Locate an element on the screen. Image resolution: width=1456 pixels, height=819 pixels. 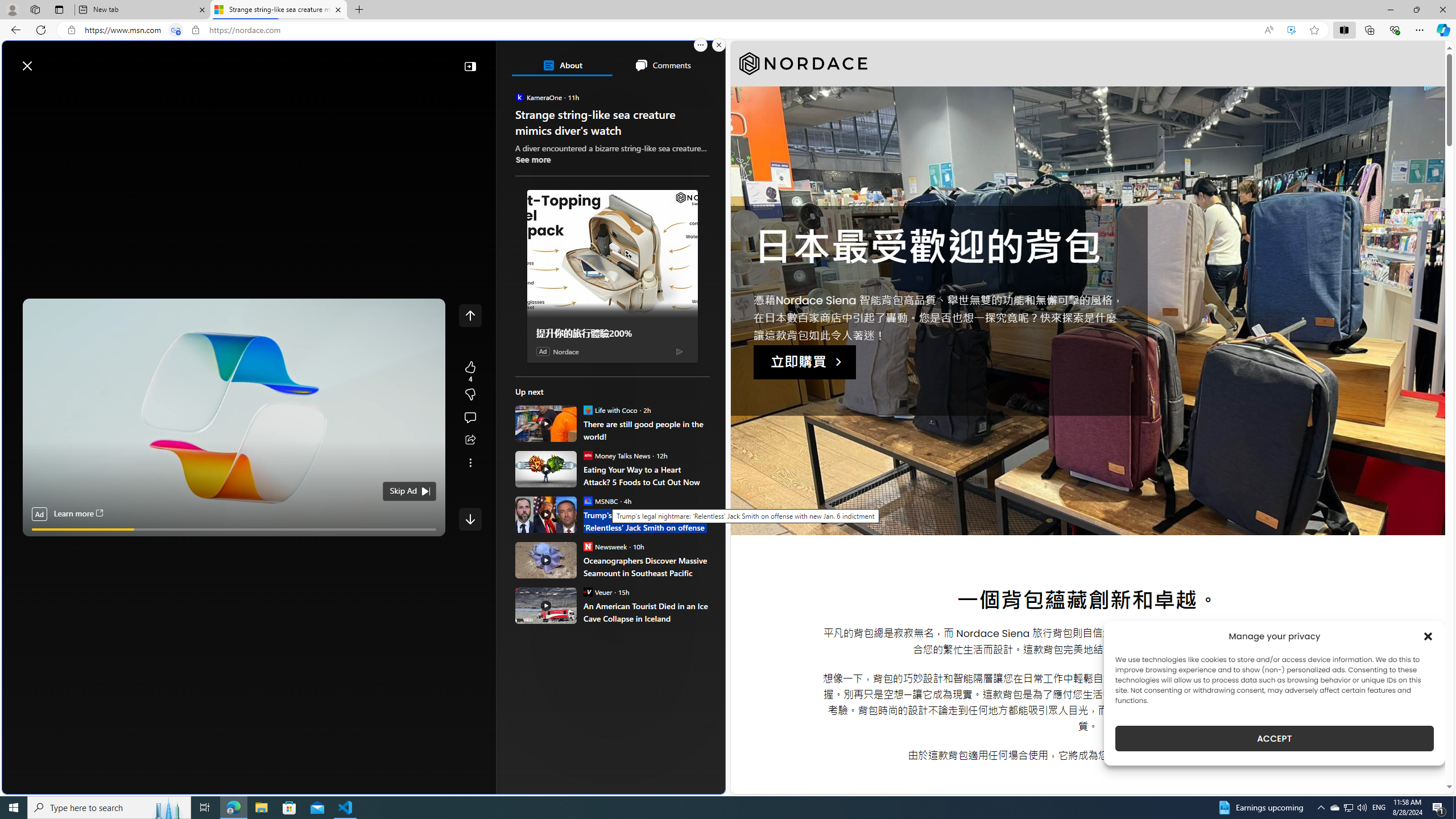
'Personal Profile' is located at coordinates (11, 9).